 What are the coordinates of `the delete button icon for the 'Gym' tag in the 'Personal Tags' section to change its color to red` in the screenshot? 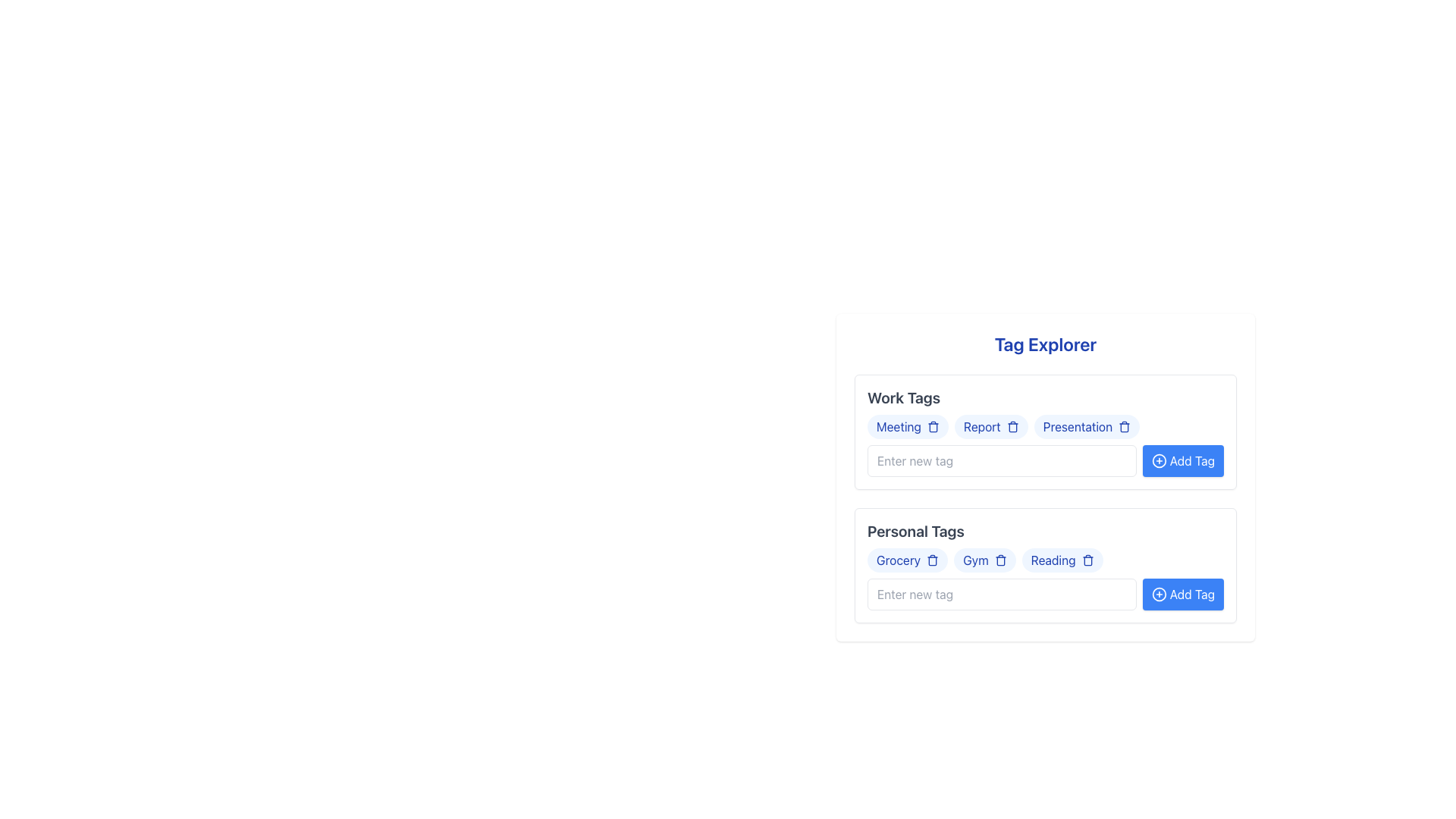 It's located at (1000, 560).